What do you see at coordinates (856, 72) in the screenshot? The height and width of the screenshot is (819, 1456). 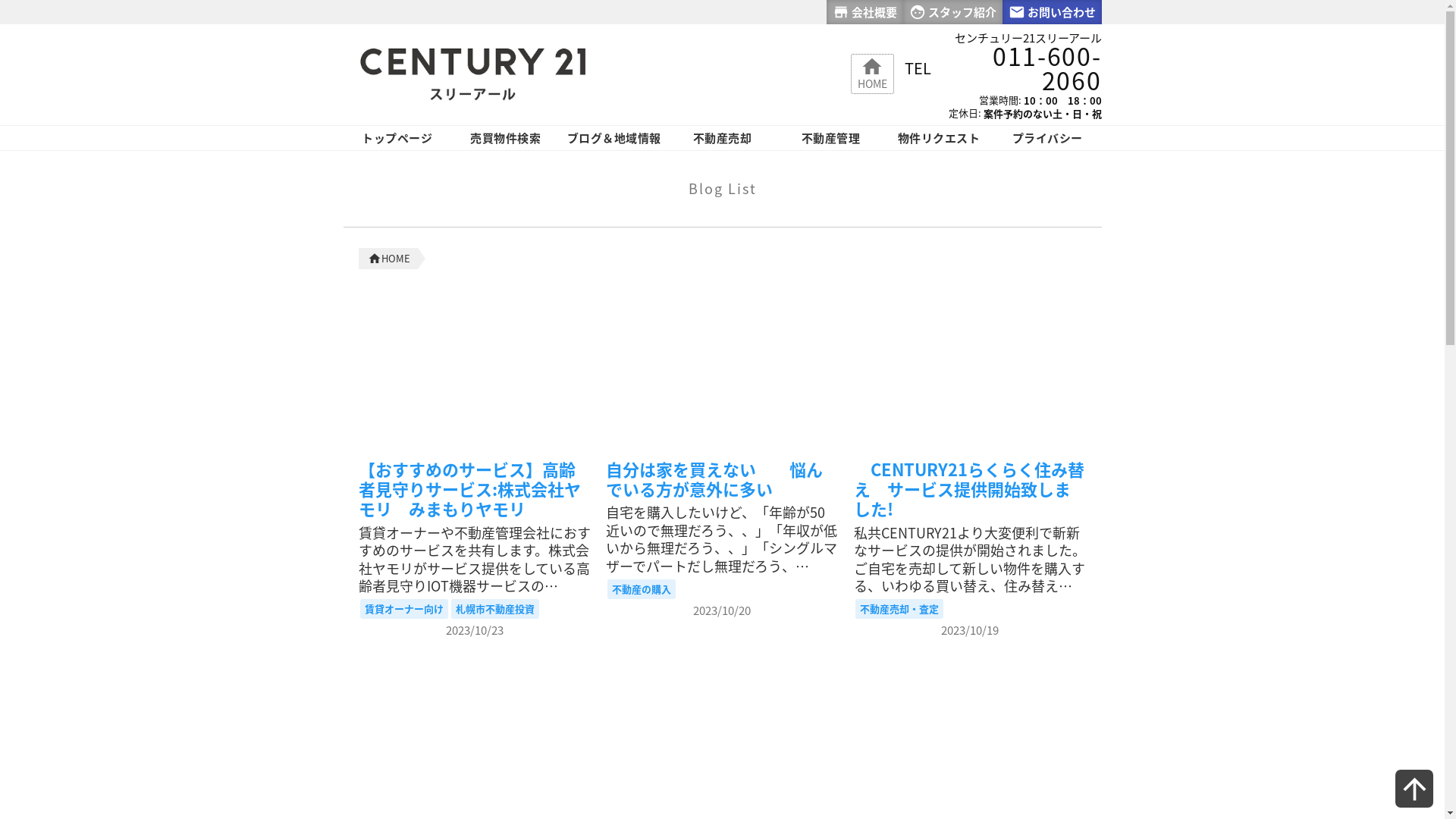 I see `'HOME'` at bounding box center [856, 72].